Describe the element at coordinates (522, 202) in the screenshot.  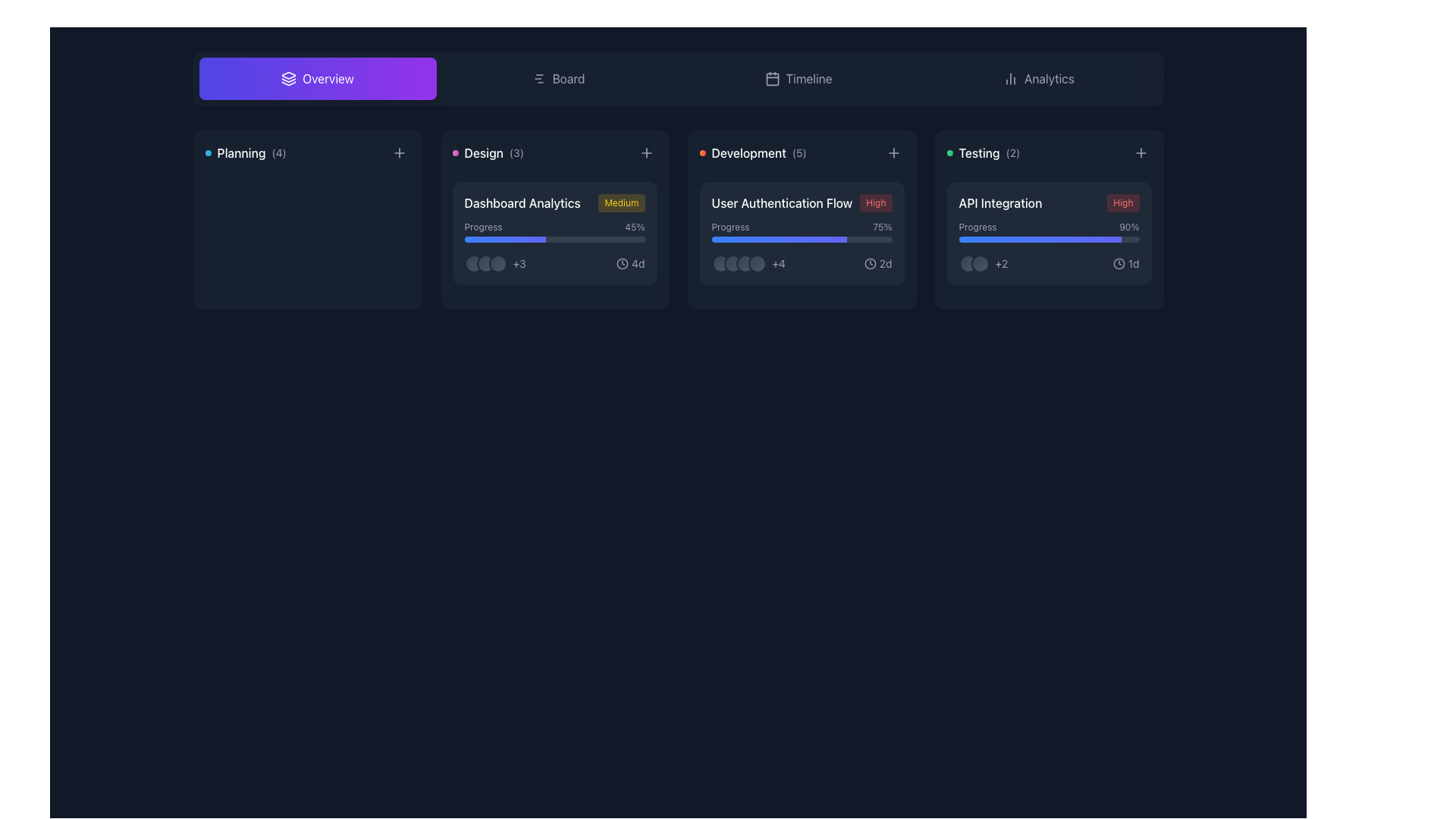
I see `text properties of the 'Dashboard Analytics' title label located in the 'Design' section of the dashboard interface, which is positioned at the top-left segment of a rectangular card` at that location.